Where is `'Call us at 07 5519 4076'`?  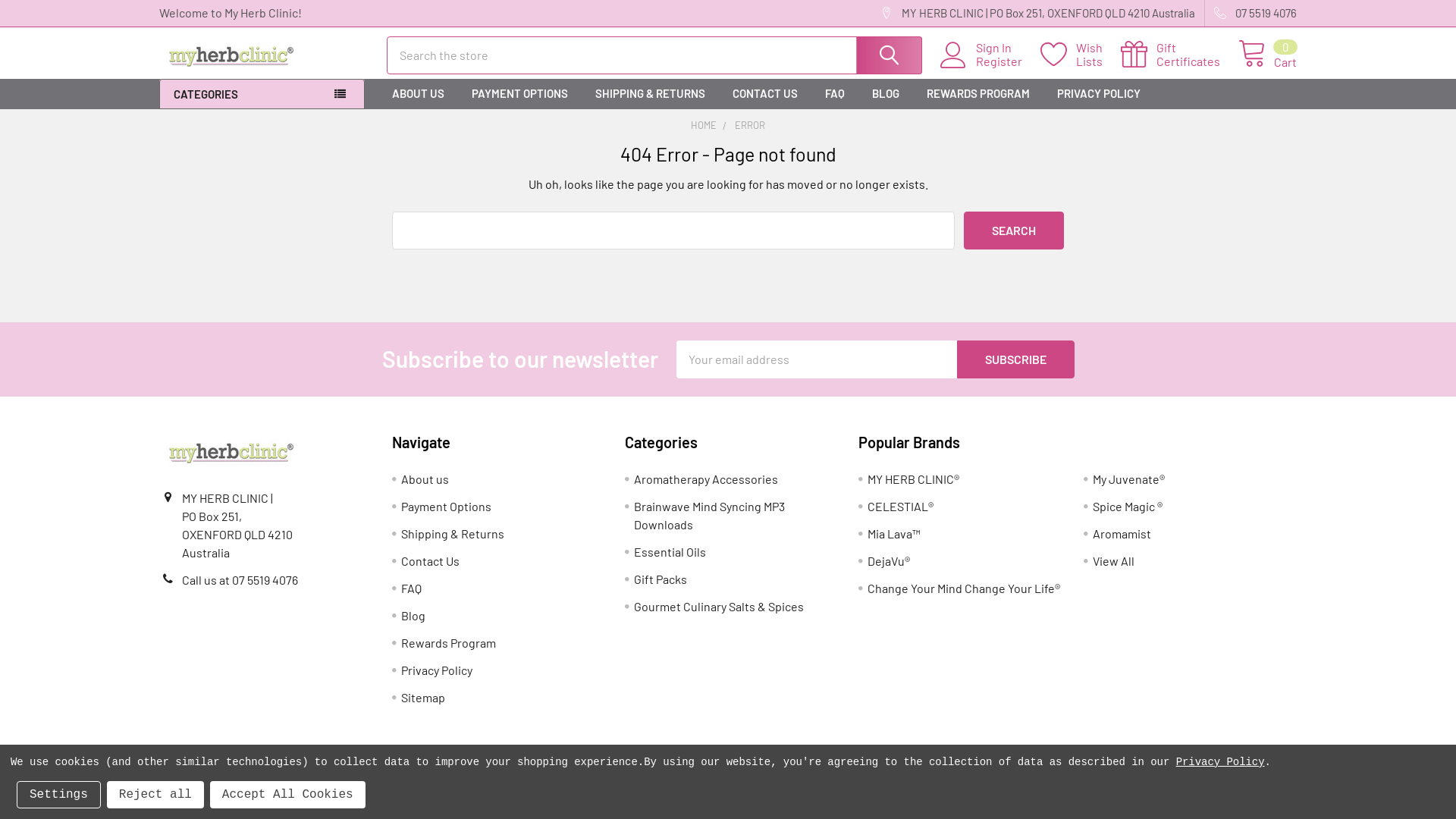
'Call us at 07 5519 4076' is located at coordinates (182, 579).